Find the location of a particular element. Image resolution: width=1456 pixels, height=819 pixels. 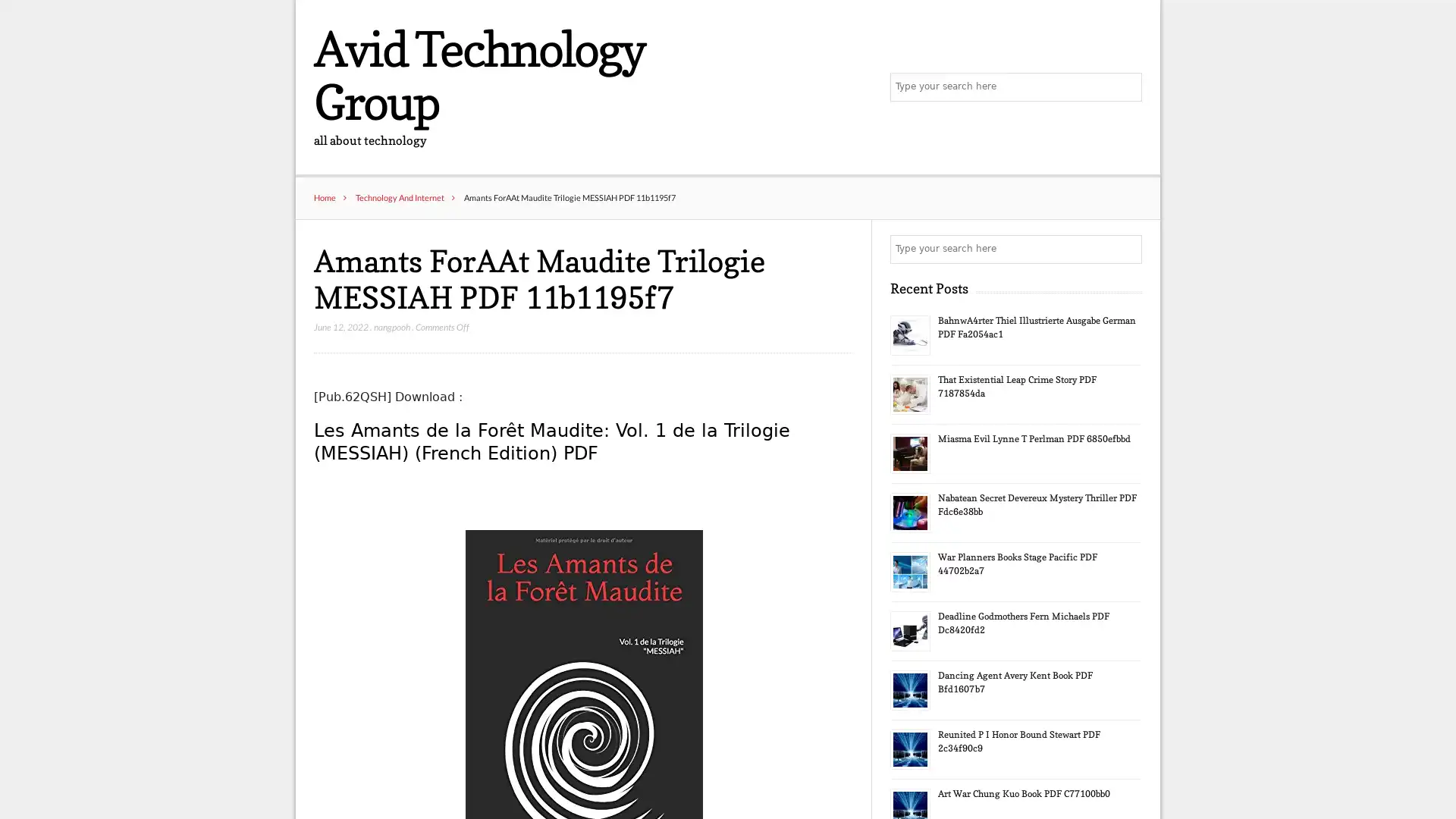

Search is located at coordinates (1126, 87).